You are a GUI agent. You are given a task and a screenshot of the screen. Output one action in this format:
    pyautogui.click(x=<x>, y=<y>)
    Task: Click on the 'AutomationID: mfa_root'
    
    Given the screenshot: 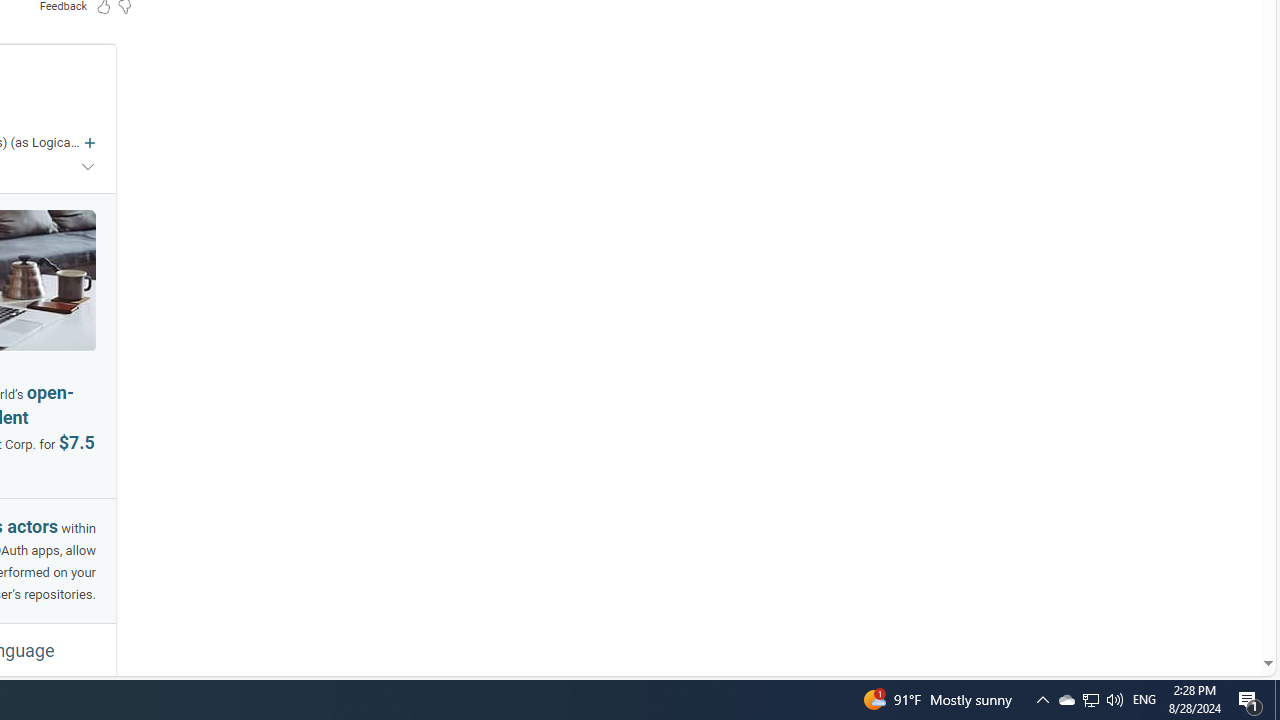 What is the action you would take?
    pyautogui.click(x=1192, y=602)
    